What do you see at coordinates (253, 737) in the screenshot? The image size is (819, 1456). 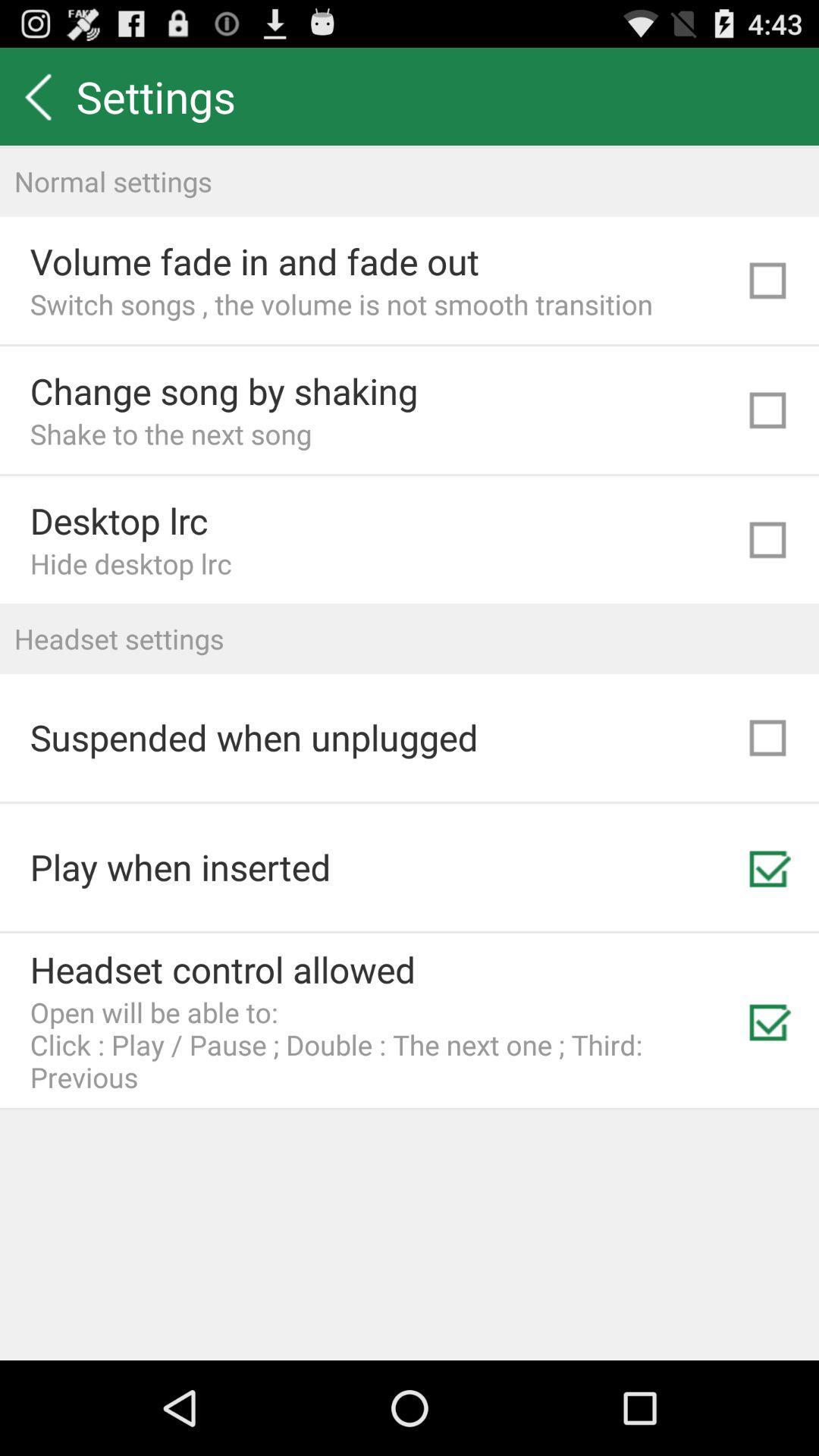 I see `item below headset settings icon` at bounding box center [253, 737].